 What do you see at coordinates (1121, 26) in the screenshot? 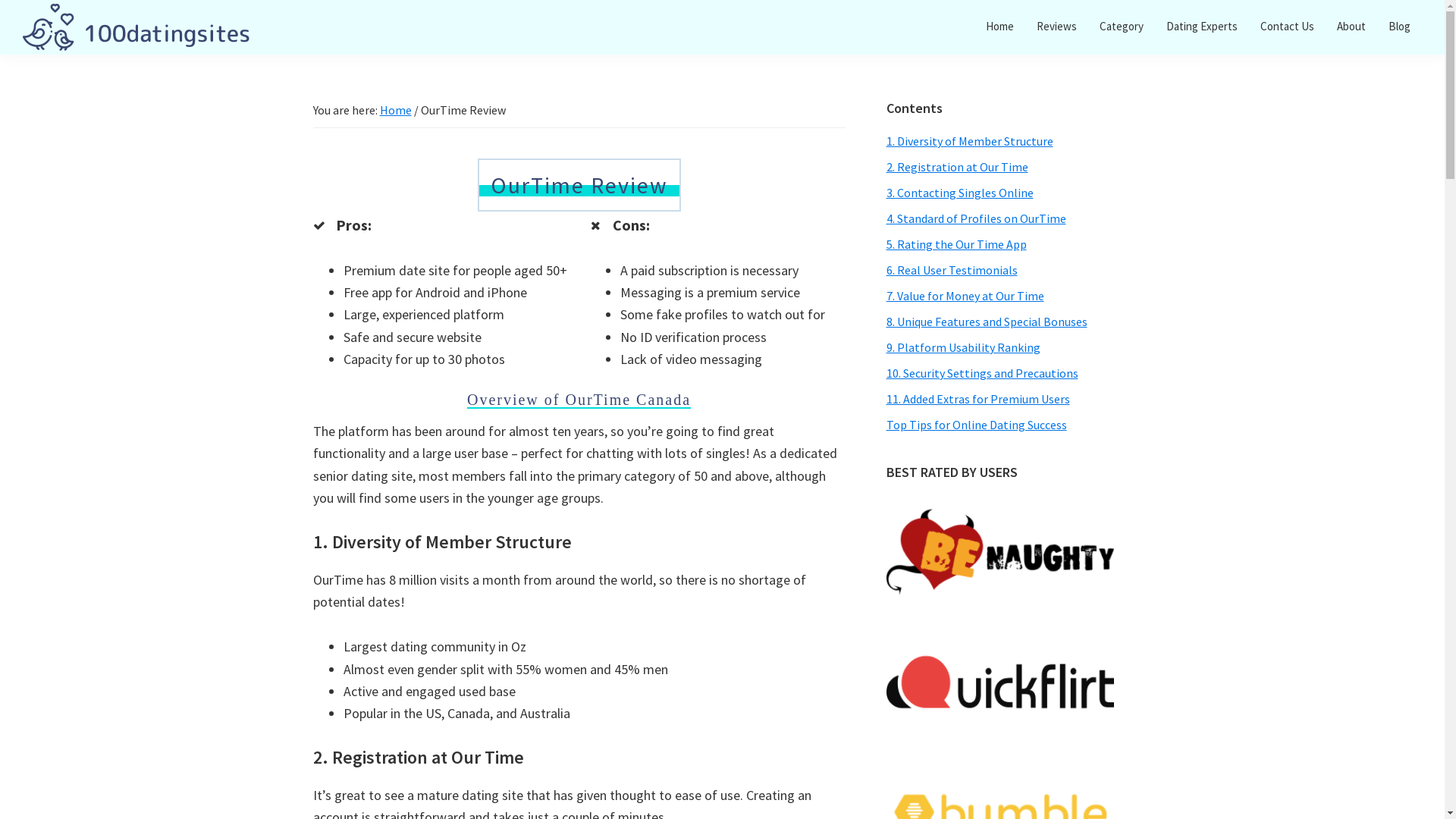
I see `'Category'` at bounding box center [1121, 26].